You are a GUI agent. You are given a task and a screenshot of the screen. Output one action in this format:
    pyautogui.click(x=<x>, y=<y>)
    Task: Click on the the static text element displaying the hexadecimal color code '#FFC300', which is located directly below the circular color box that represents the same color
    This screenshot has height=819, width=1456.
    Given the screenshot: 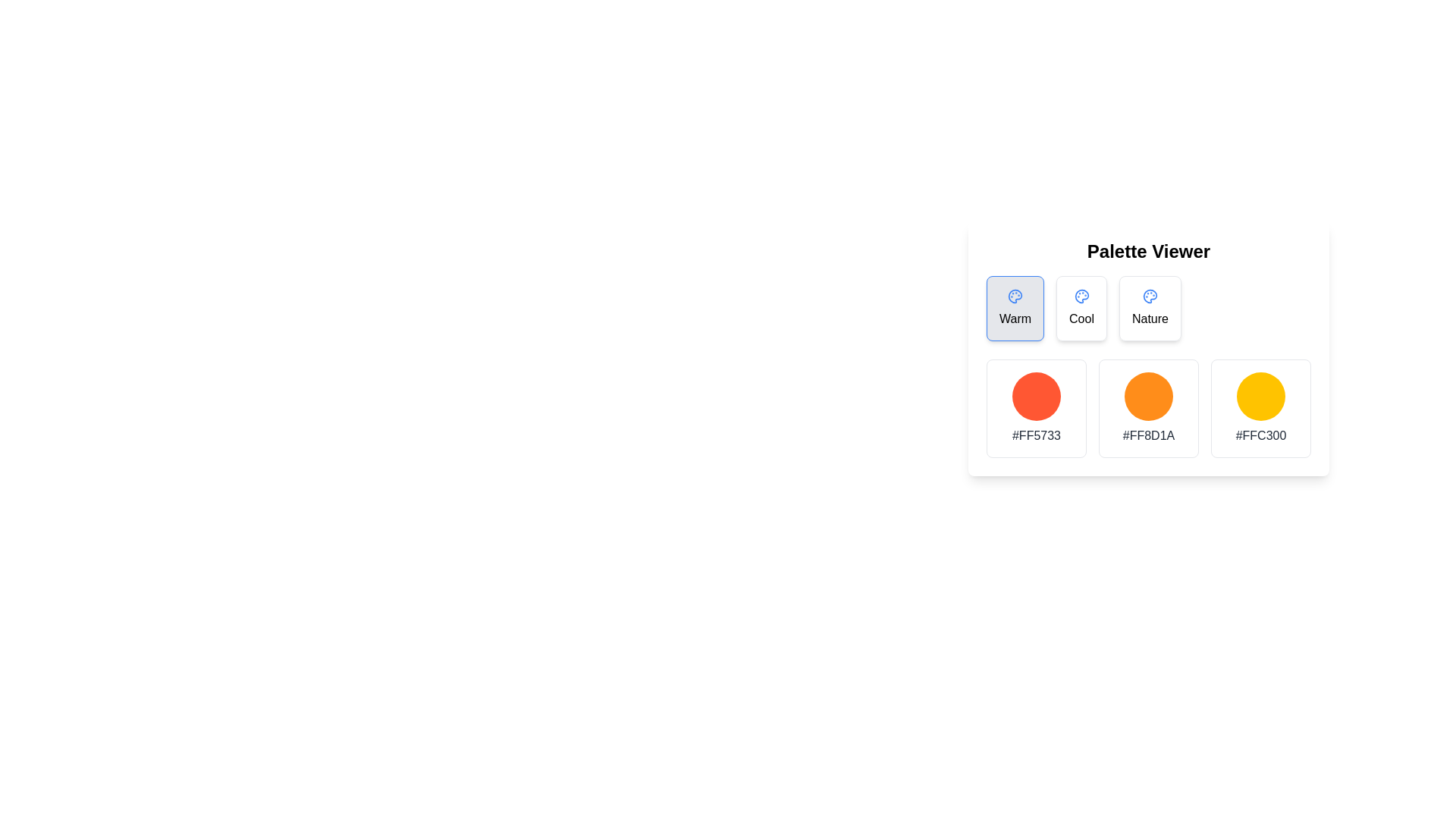 What is the action you would take?
    pyautogui.click(x=1260, y=435)
    